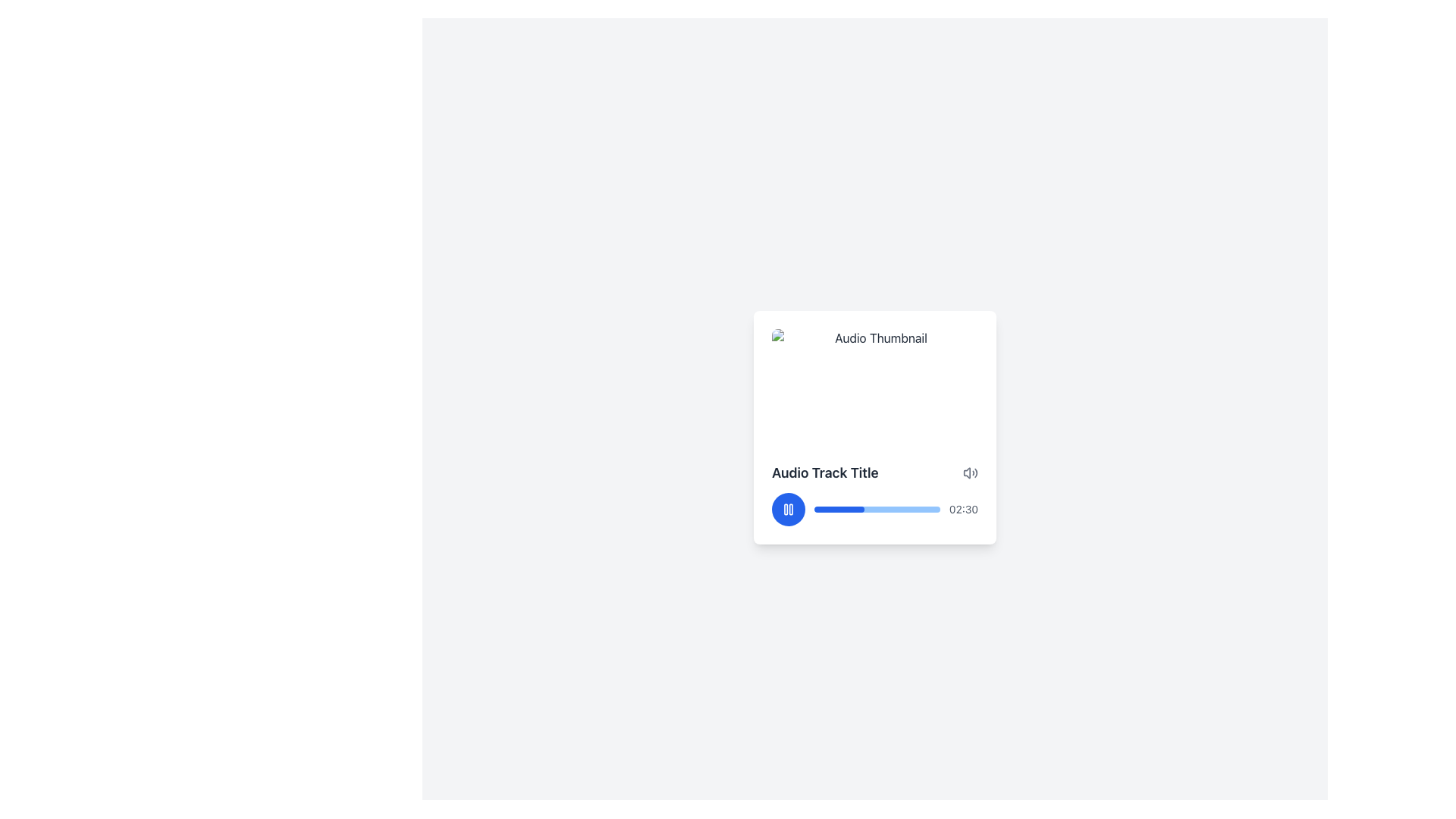  Describe the element at coordinates (905, 509) in the screenshot. I see `audio track progress` at that location.